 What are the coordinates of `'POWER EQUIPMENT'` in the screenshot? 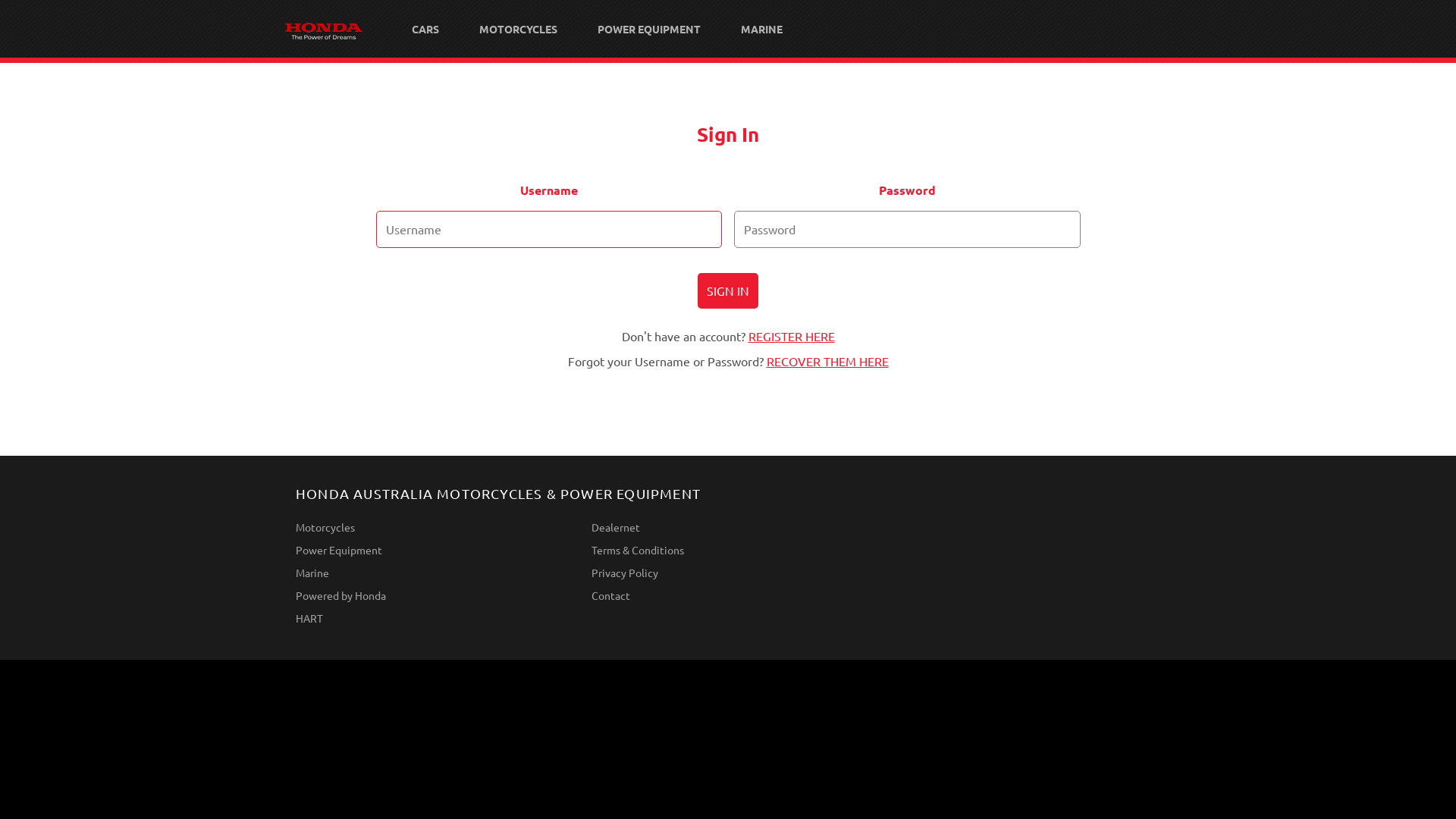 It's located at (577, 29).